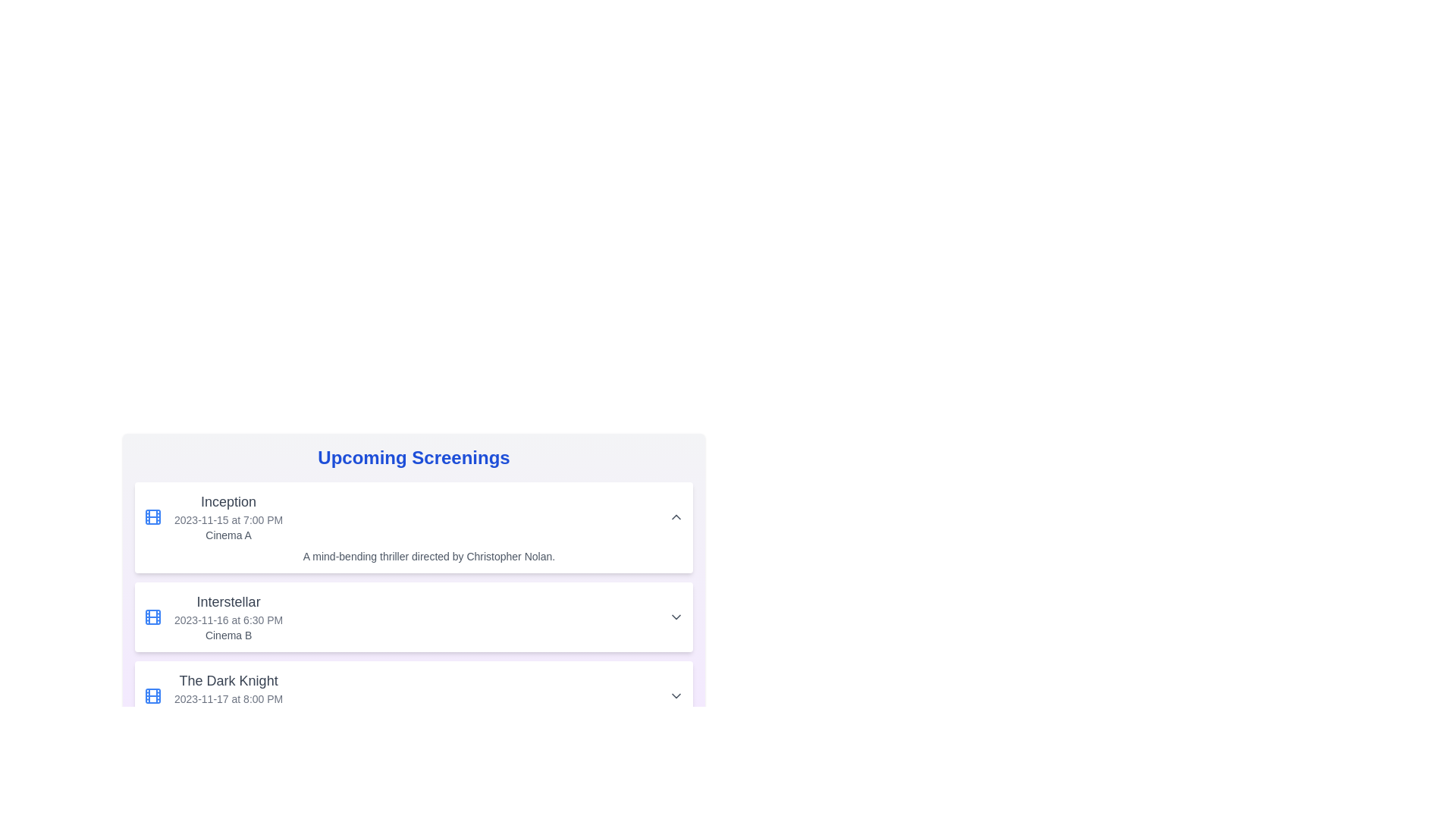  Describe the element at coordinates (212, 516) in the screenshot. I see `the first item in the list of upcoming movie screenings` at that location.